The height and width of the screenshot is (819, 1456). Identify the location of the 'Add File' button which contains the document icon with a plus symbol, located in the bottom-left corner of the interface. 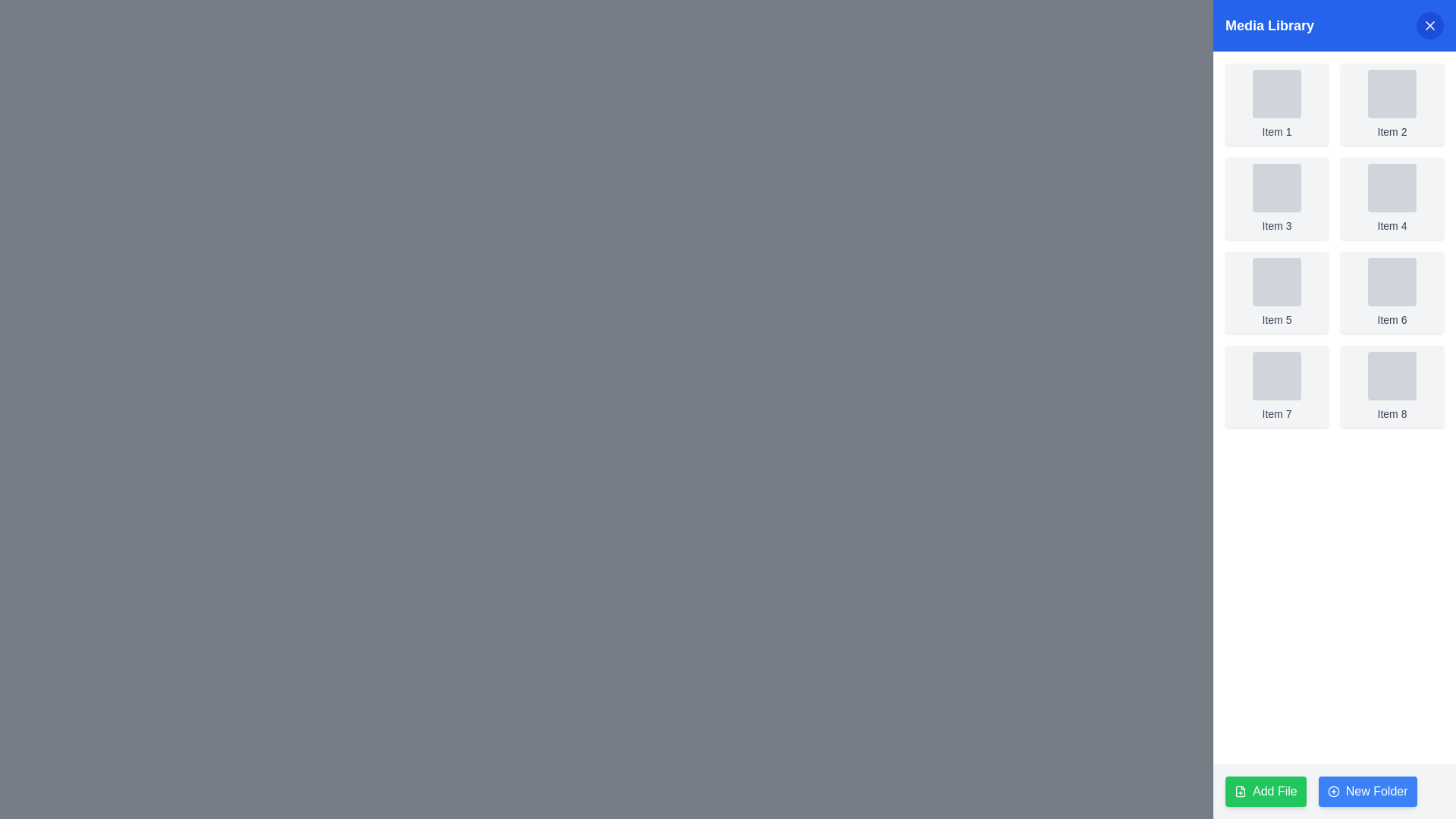
(1241, 791).